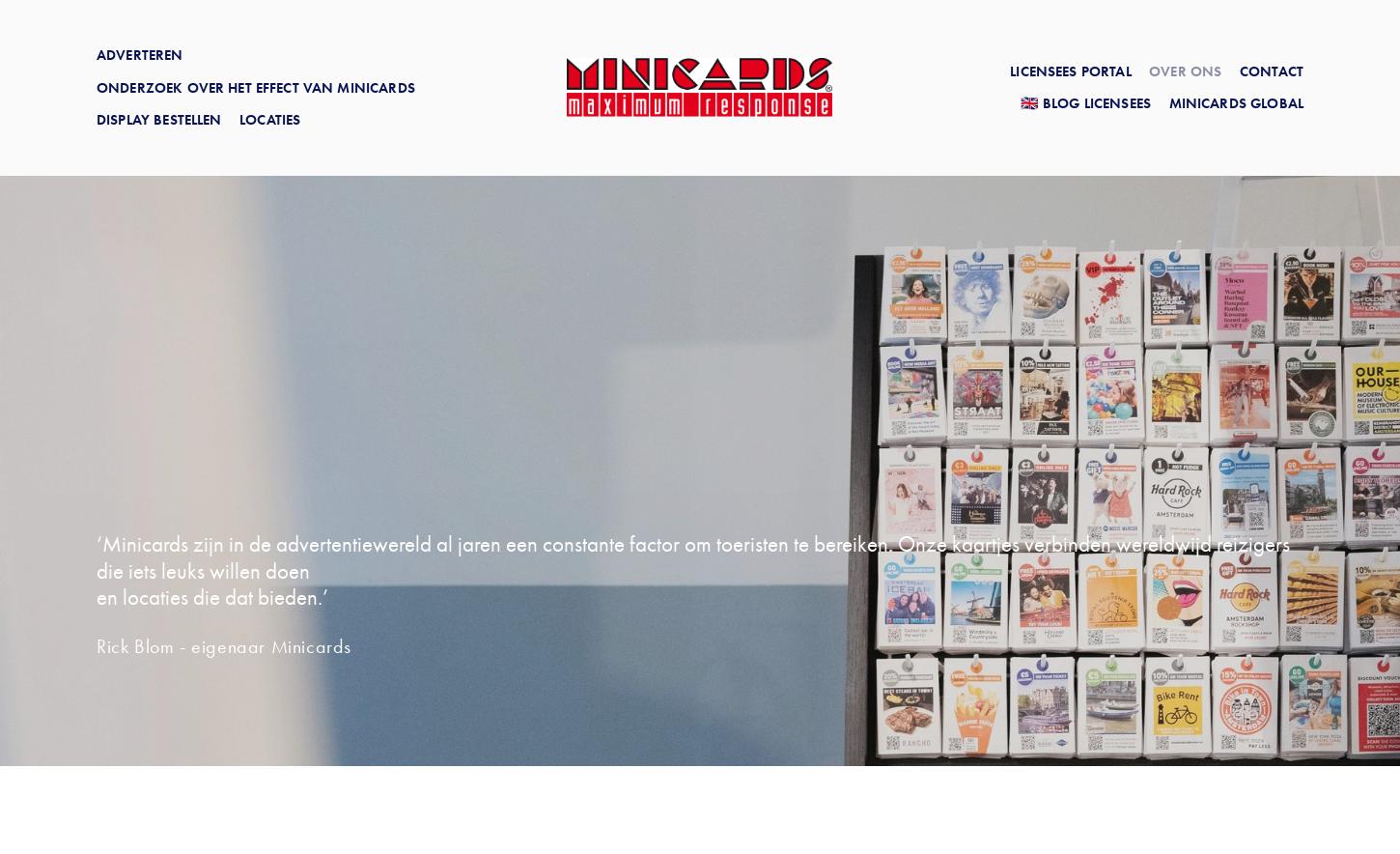 This screenshot has width=1400, height=854. I want to click on 'Rick Blom - eigenaar Minicards', so click(223, 645).